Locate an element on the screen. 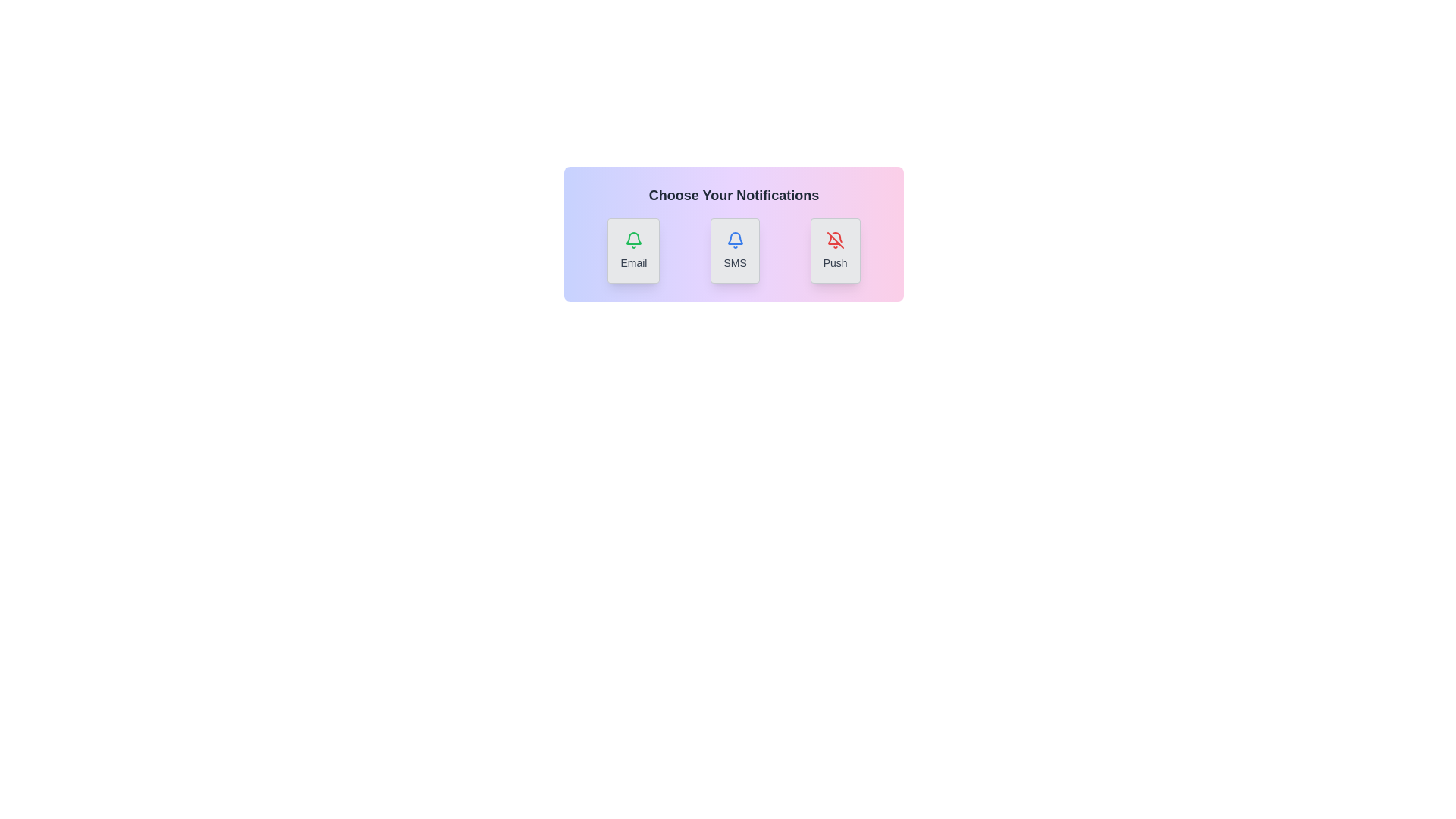  the visual indicator for SMS is located at coordinates (735, 250).